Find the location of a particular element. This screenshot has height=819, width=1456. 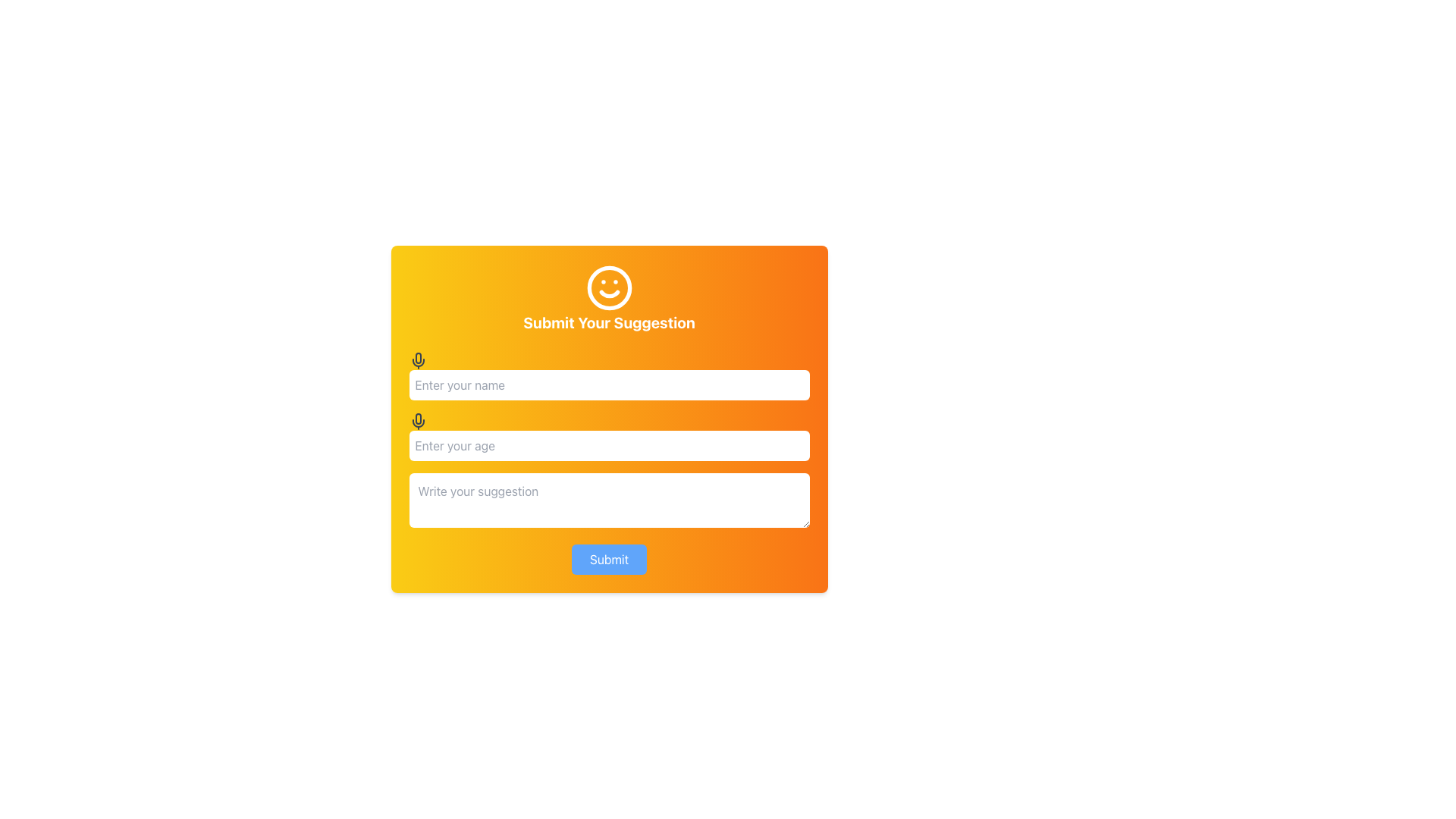

the microphone icon, which is a rounded rectangle with a vertical line and a semi-circular arc, located adjacent to the 'Enter your age' input field is located at coordinates (418, 423).